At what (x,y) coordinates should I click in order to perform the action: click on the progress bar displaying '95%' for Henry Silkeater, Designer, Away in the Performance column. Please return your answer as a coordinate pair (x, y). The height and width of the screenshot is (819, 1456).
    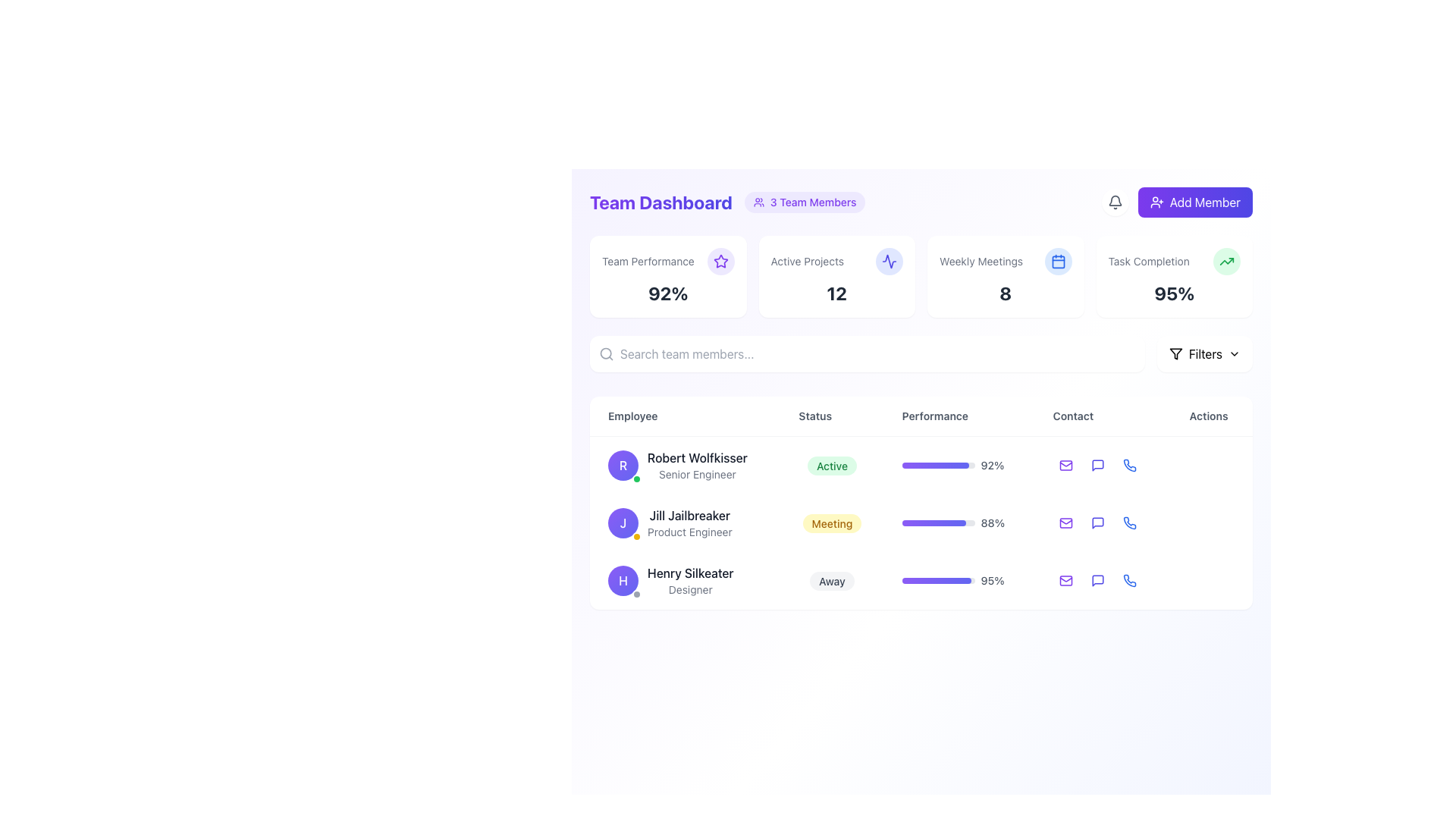
    Looking at the image, I should click on (959, 580).